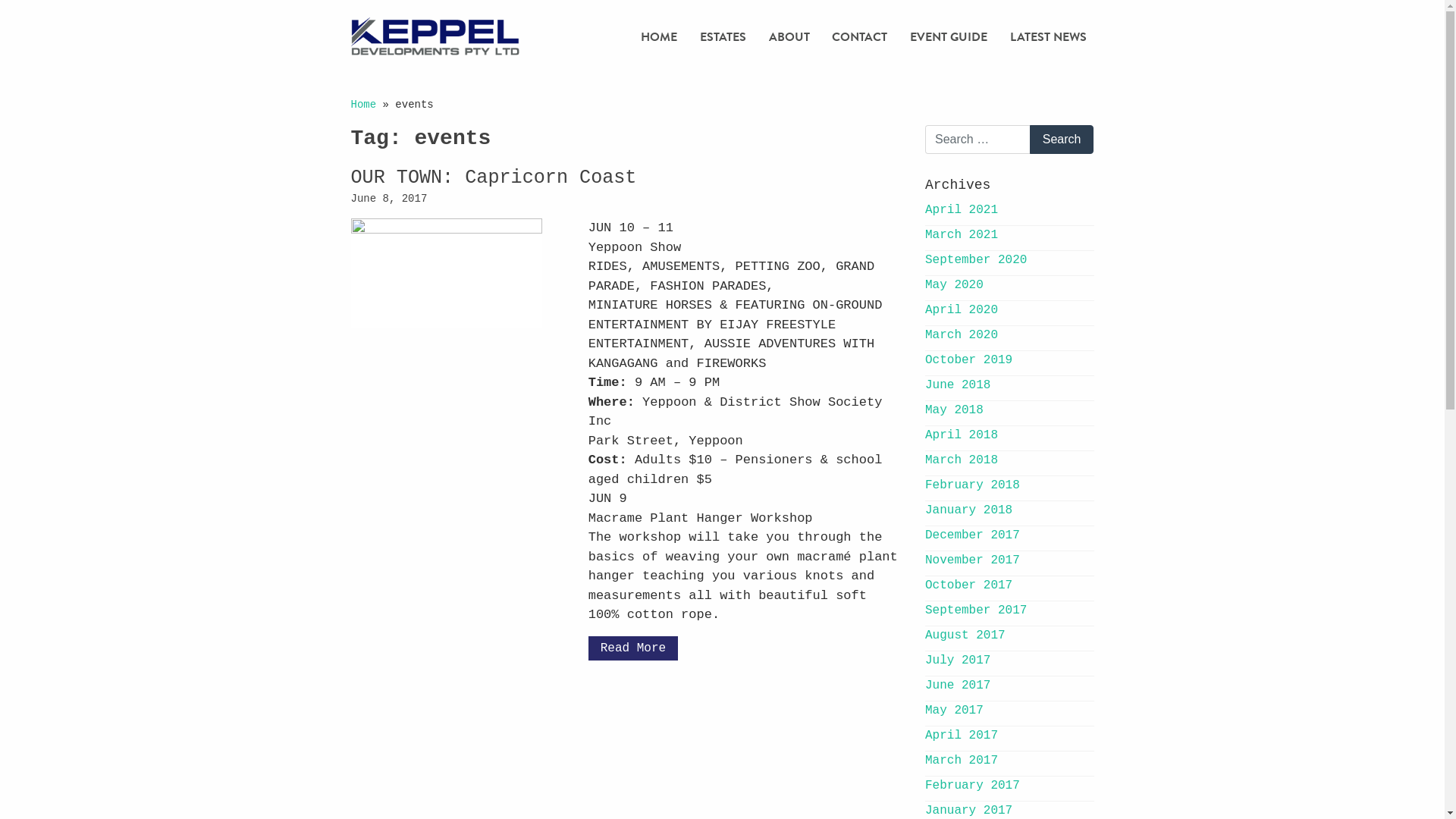  Describe the element at coordinates (960, 309) in the screenshot. I see `'April 2020'` at that location.